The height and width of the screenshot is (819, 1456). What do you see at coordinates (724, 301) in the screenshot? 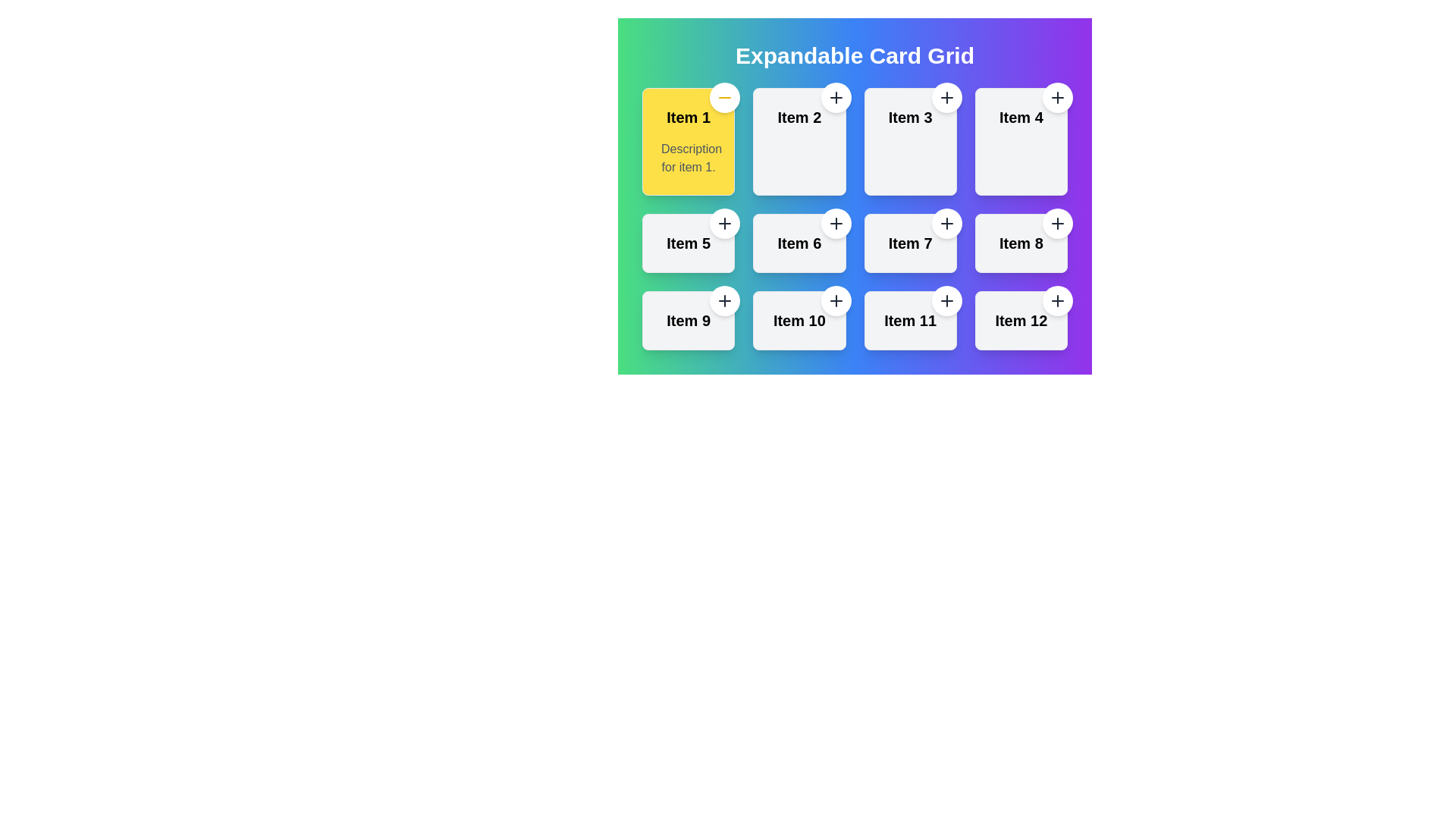
I see `the plus button located at the top-right corner of the 'Item 9' card` at bounding box center [724, 301].